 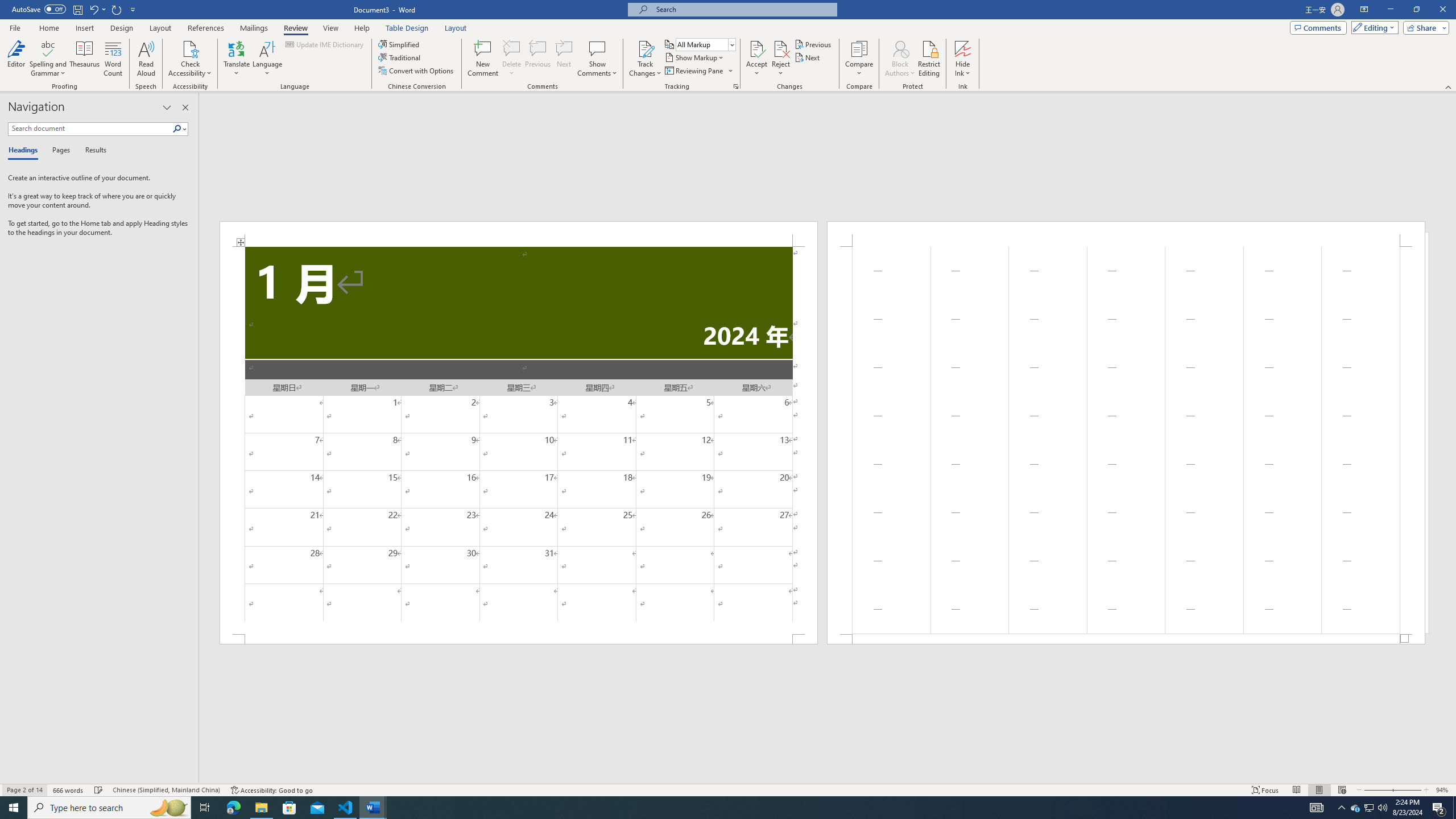 What do you see at coordinates (929, 59) in the screenshot?
I see `'Restrict Editing'` at bounding box center [929, 59].